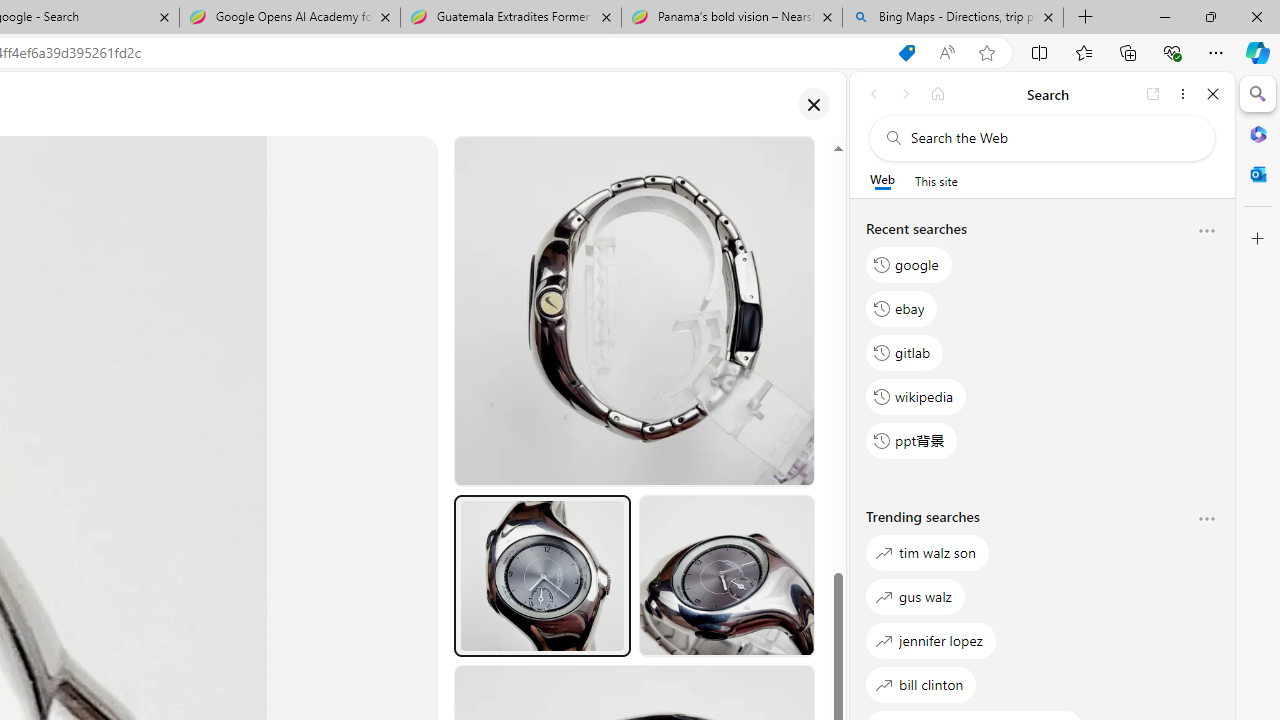  What do you see at coordinates (920, 683) in the screenshot?
I see `'bill clinton'` at bounding box center [920, 683].